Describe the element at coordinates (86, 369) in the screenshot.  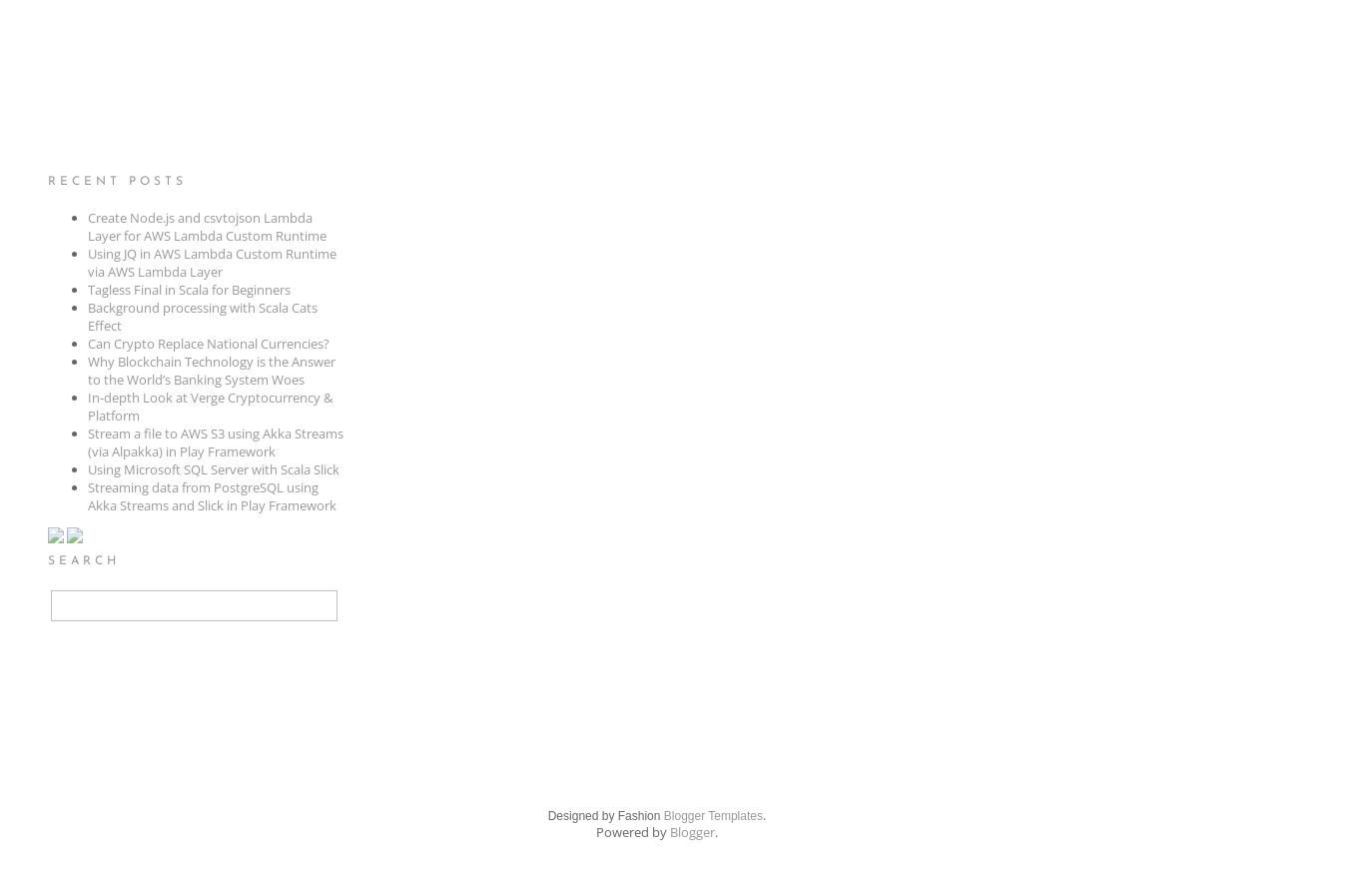
I see `'Why Blockchain Technology is the Answer to the World’s Banking System Woes'` at that location.